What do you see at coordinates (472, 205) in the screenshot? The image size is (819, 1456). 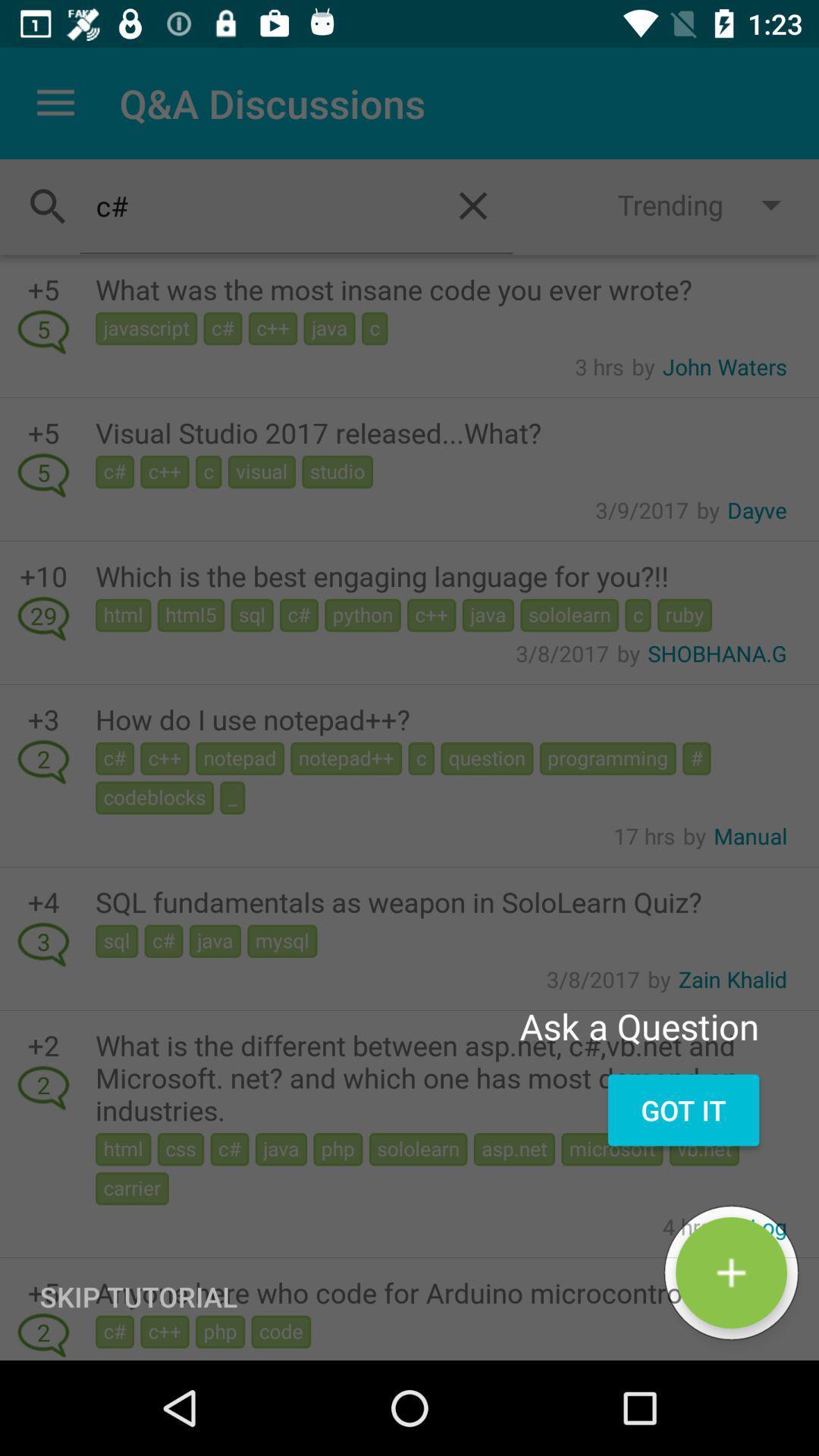 I see `the close icon` at bounding box center [472, 205].